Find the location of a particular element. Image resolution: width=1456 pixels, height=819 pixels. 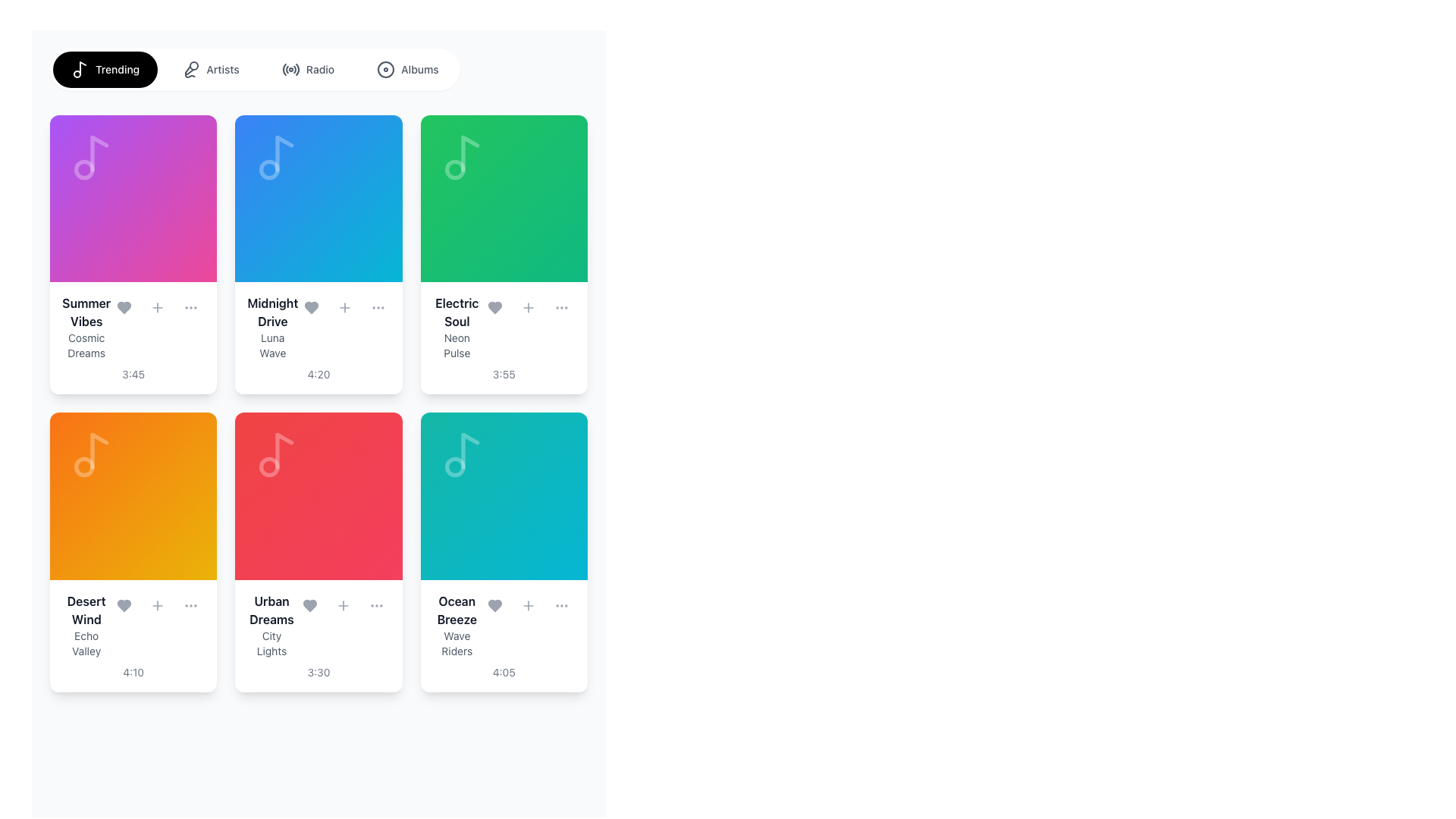

the Deco-div element representing the music card for the track 'Desert Wind', located in the second row and first column of the grid layout is located at coordinates (133, 496).